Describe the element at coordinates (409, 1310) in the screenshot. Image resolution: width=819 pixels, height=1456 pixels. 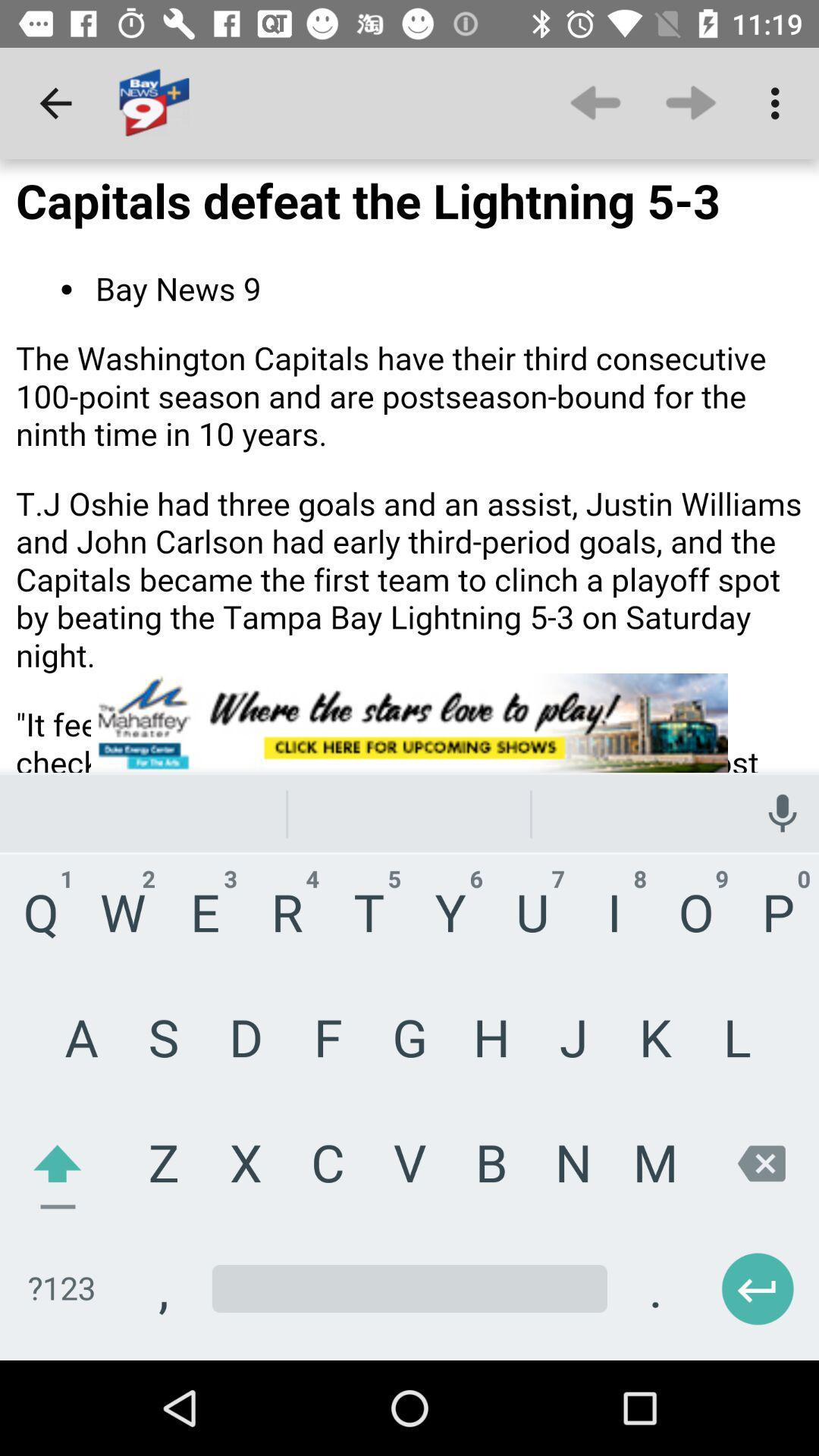
I see `type in this space` at that location.